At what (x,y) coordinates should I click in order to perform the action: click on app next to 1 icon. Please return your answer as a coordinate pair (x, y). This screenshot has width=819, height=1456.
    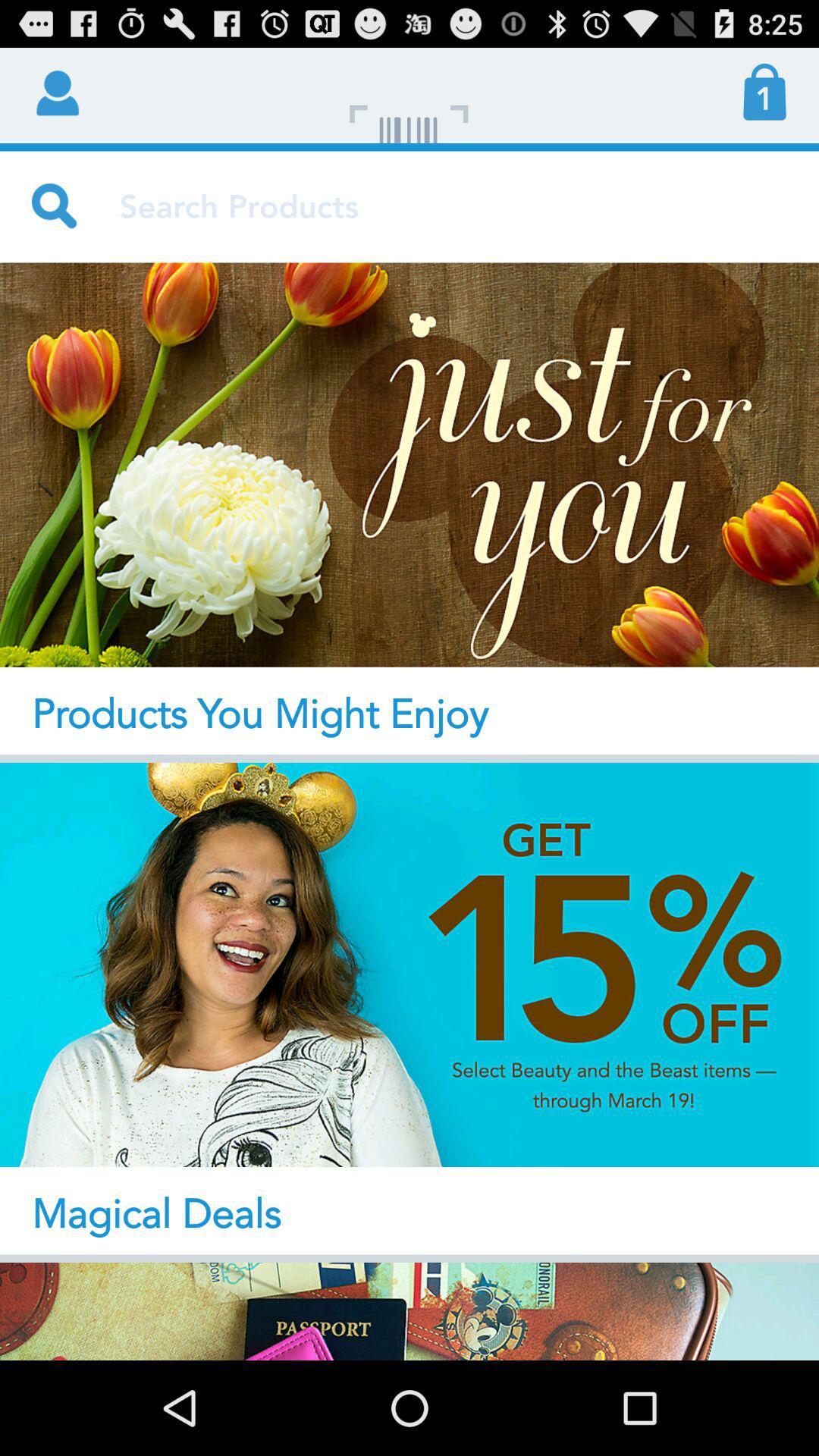
    Looking at the image, I should click on (409, 94).